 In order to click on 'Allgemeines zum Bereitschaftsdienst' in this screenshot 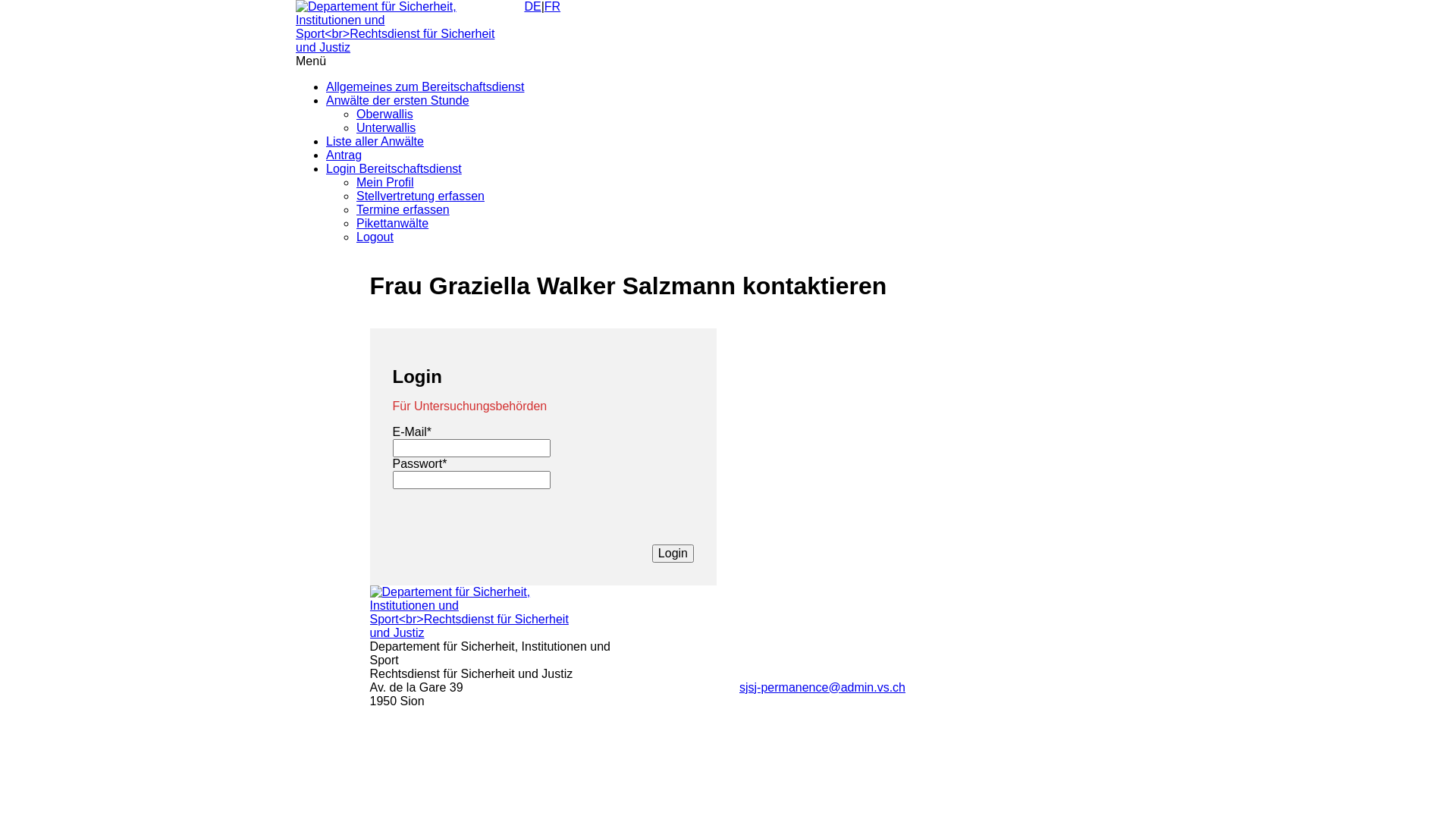, I will do `click(425, 86)`.